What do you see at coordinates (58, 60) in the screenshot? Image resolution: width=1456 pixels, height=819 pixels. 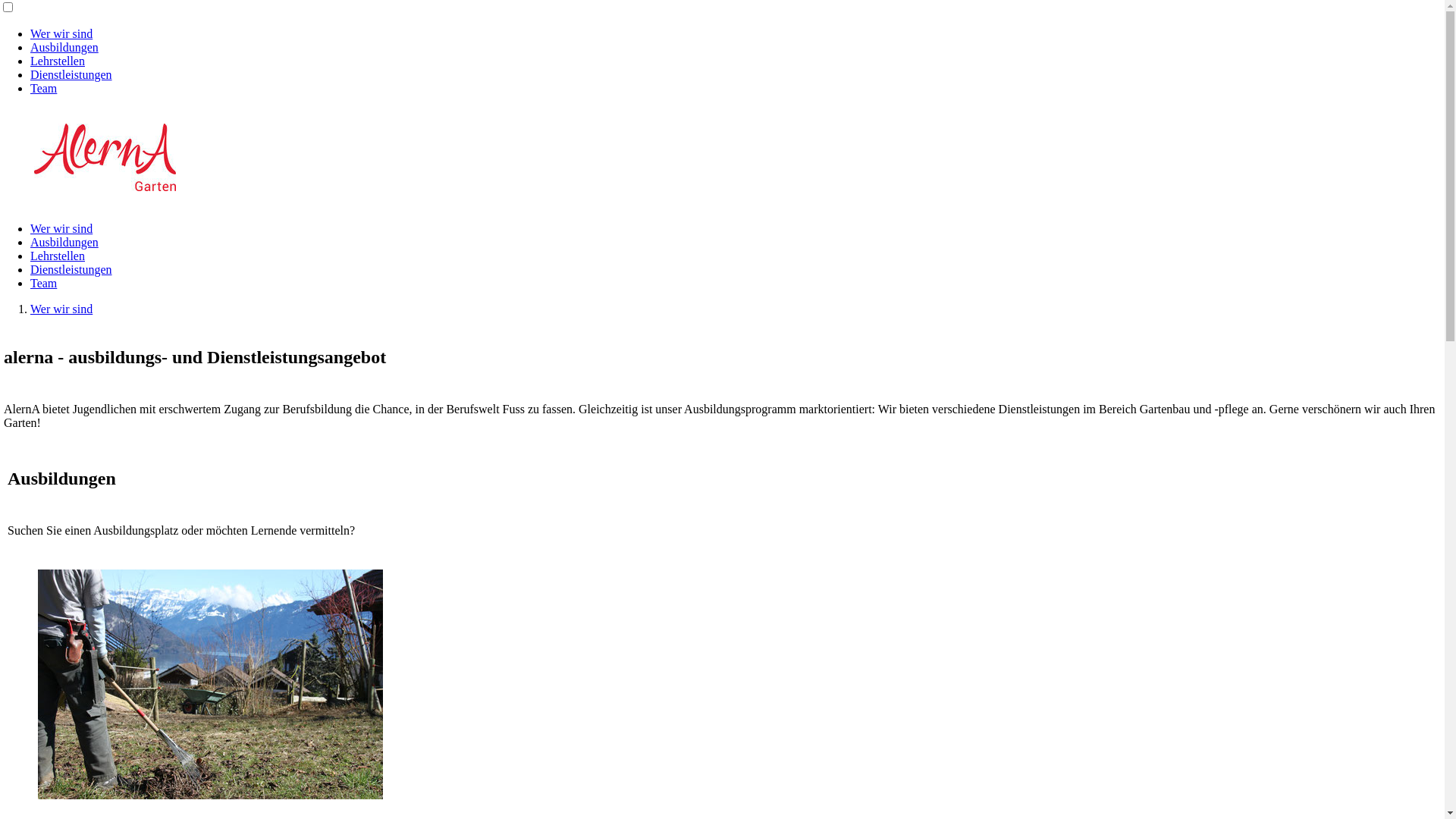 I see `'Lehrstellen'` at bounding box center [58, 60].